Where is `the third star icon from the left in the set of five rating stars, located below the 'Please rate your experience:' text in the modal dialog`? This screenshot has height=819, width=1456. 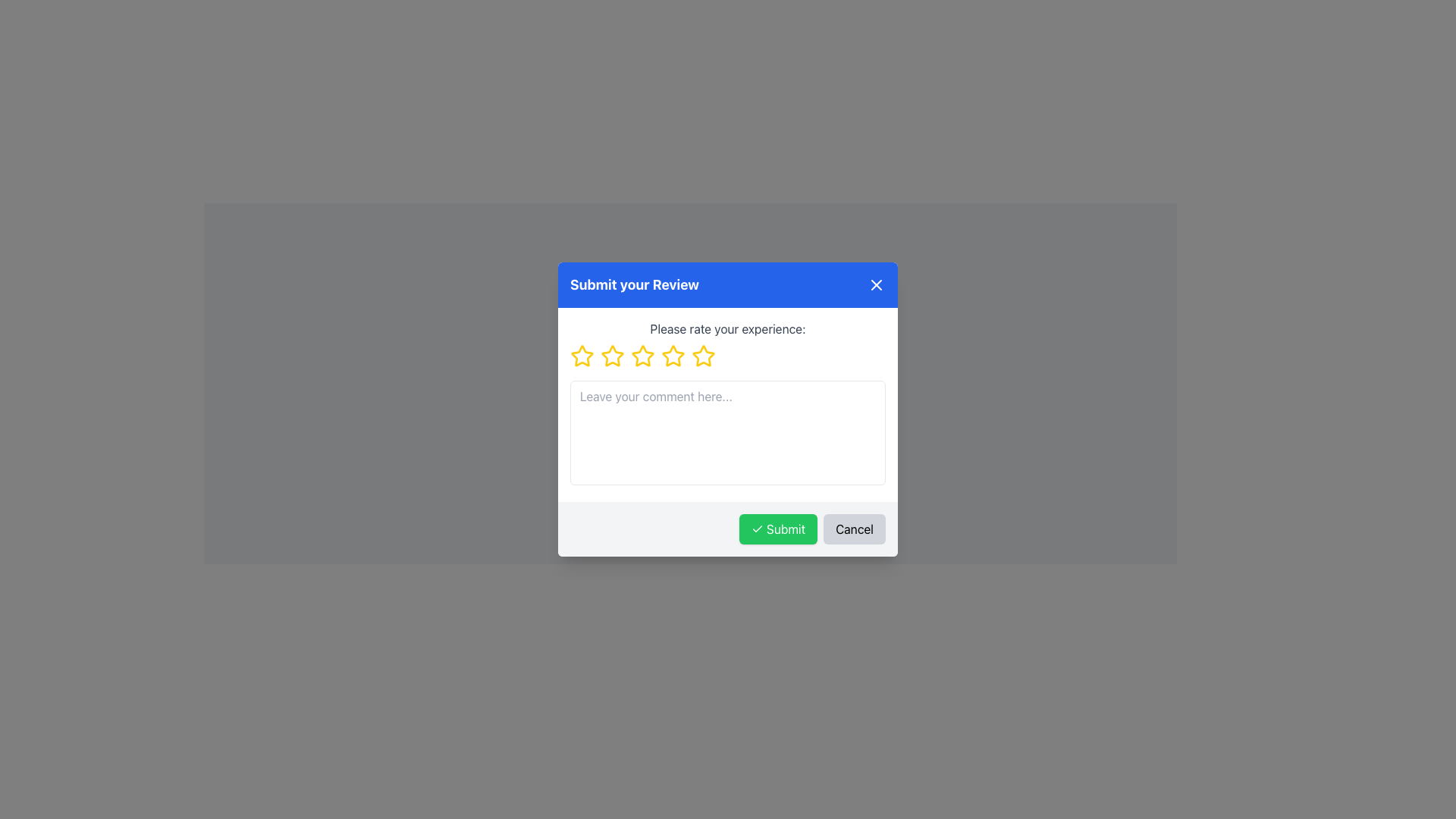
the third star icon from the left in the set of five rating stars, located below the 'Please rate your experience:' text in the modal dialog is located at coordinates (643, 356).